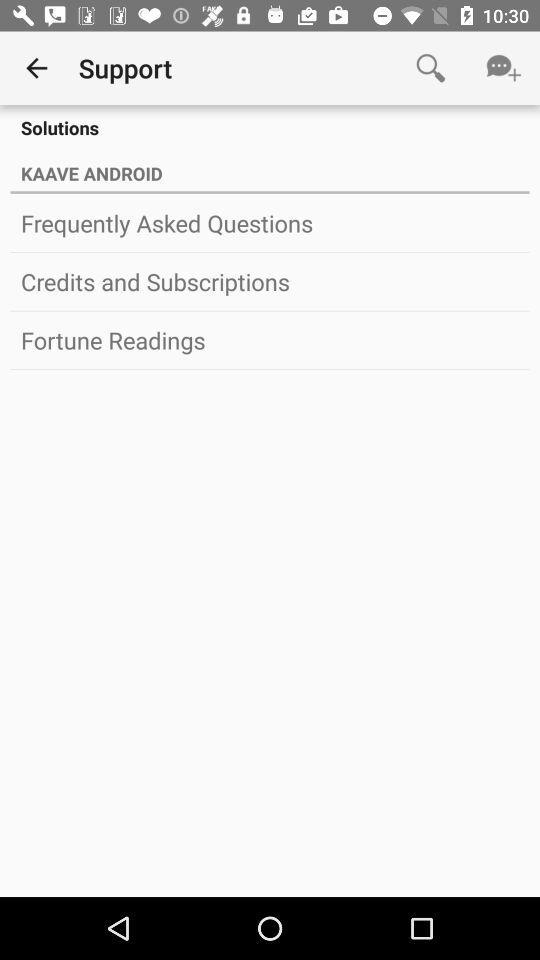 The height and width of the screenshot is (960, 540). Describe the element at coordinates (270, 280) in the screenshot. I see `credits and subscriptions icon` at that location.